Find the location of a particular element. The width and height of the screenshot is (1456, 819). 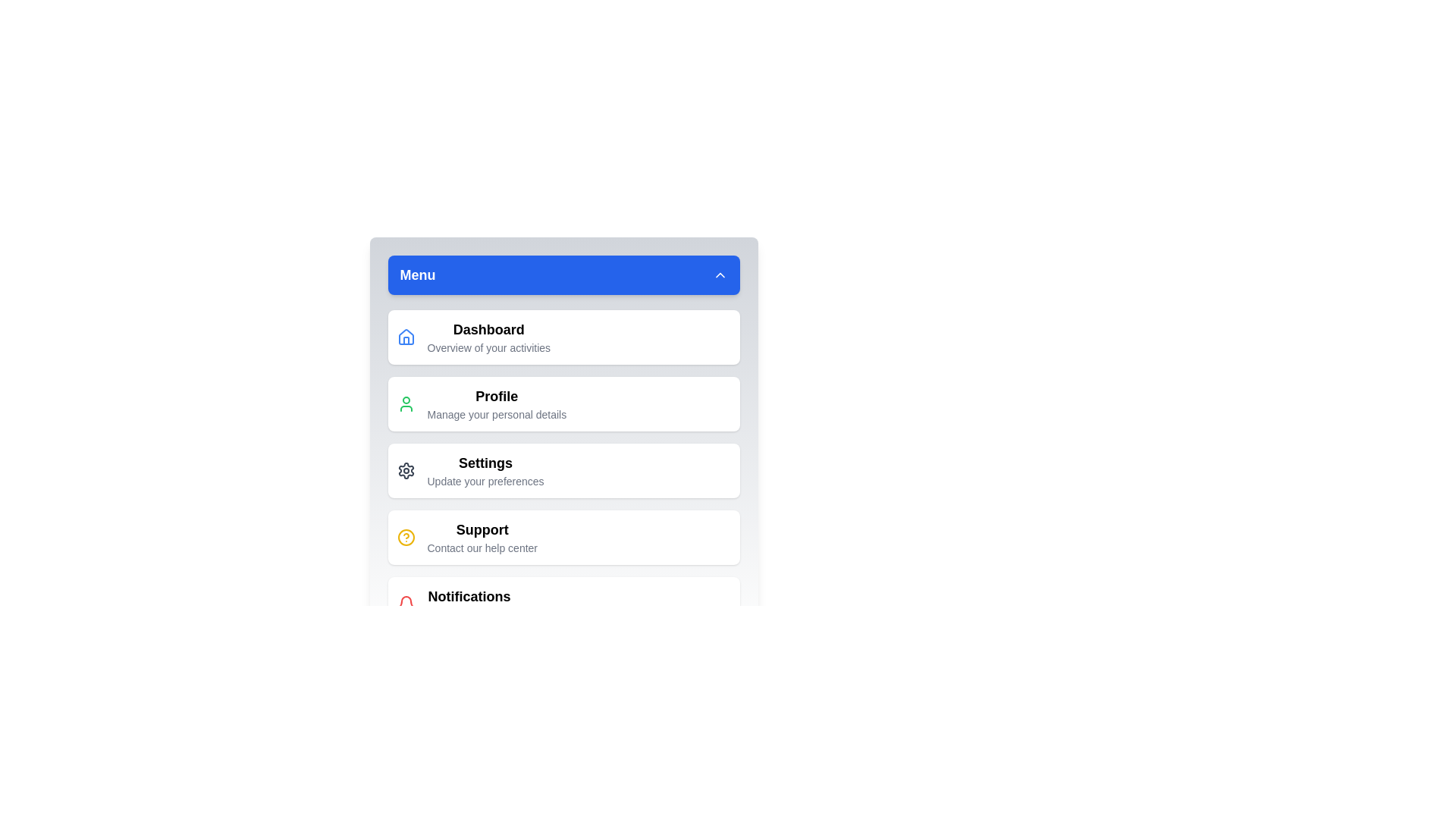

the 'Notifications' label, which is a bold-styled text element positioned at the lower part of a vertically stacked menu layout, standing out with its larger font size is located at coordinates (469, 595).